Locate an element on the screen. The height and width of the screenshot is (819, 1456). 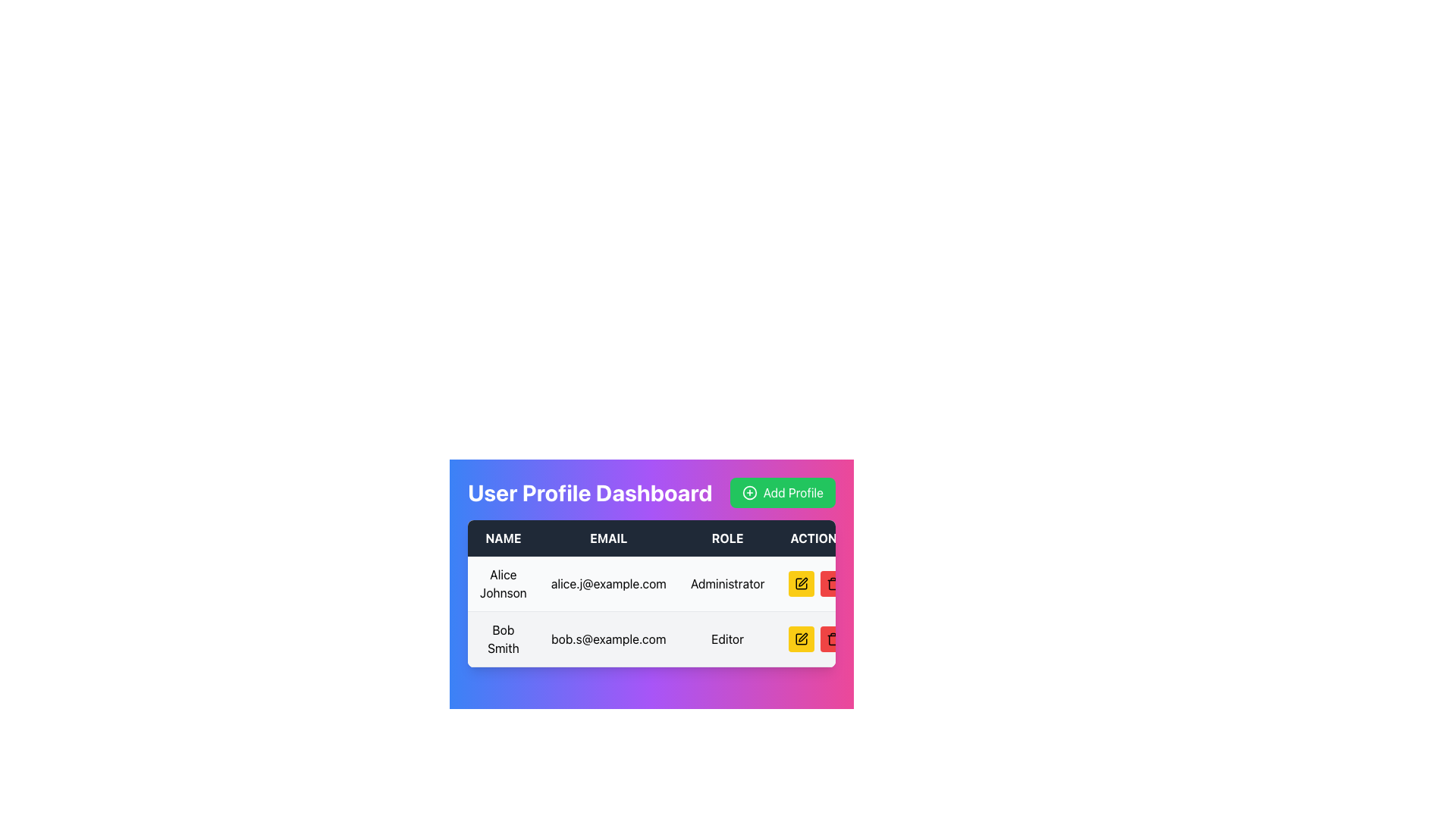
the yellow edit button with a black pen icon located in the 'ACTION' column of the user profile table to initiate the edit action is located at coordinates (801, 583).